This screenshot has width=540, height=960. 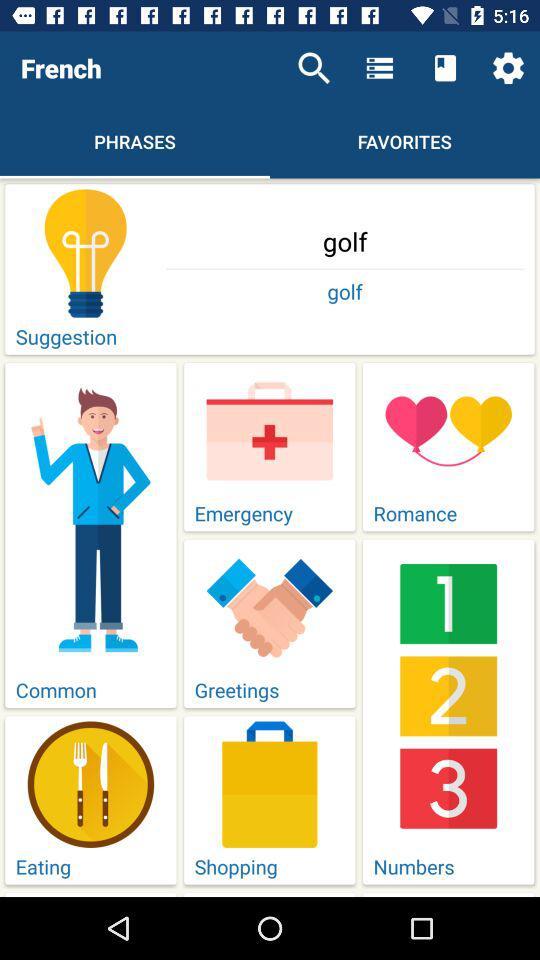 I want to click on button  next to menu, so click(x=445, y=68).